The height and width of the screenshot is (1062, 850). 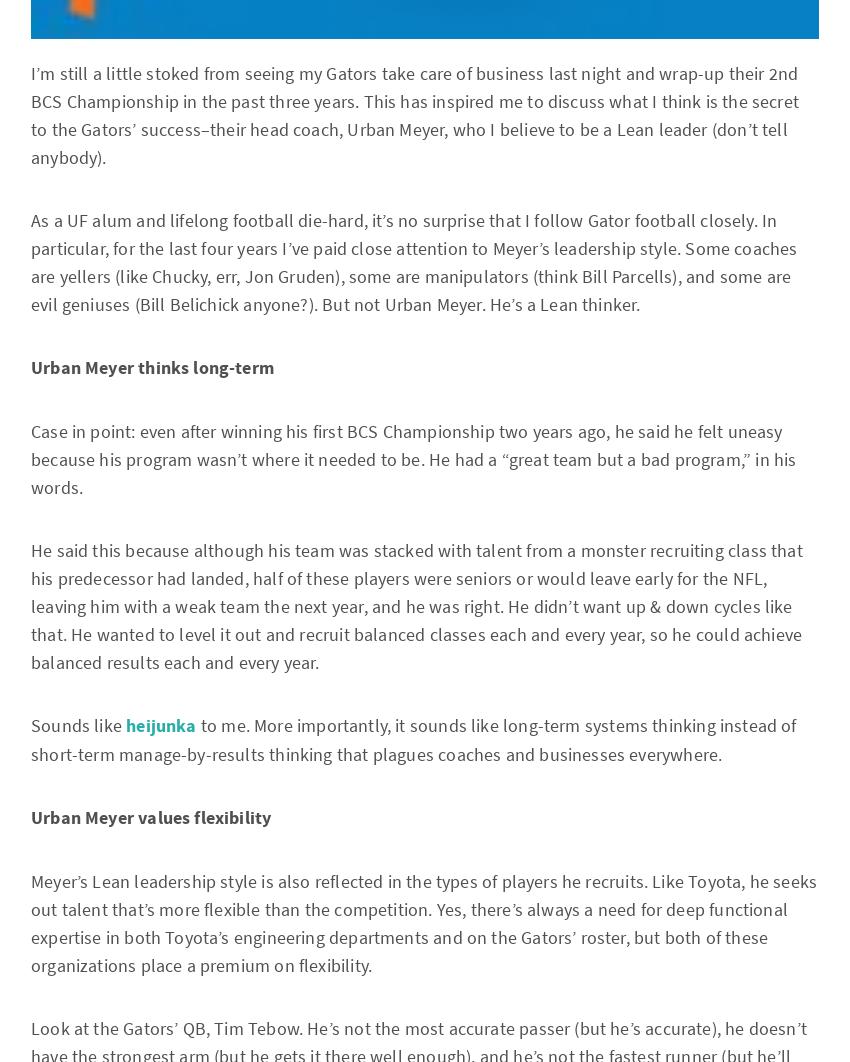 I want to click on 'to me. More importantly, it sounds like long-term systems thinking instead of short-term manage-by-results thinking that plagues coaches and businesses everywhere.', so click(x=413, y=740).